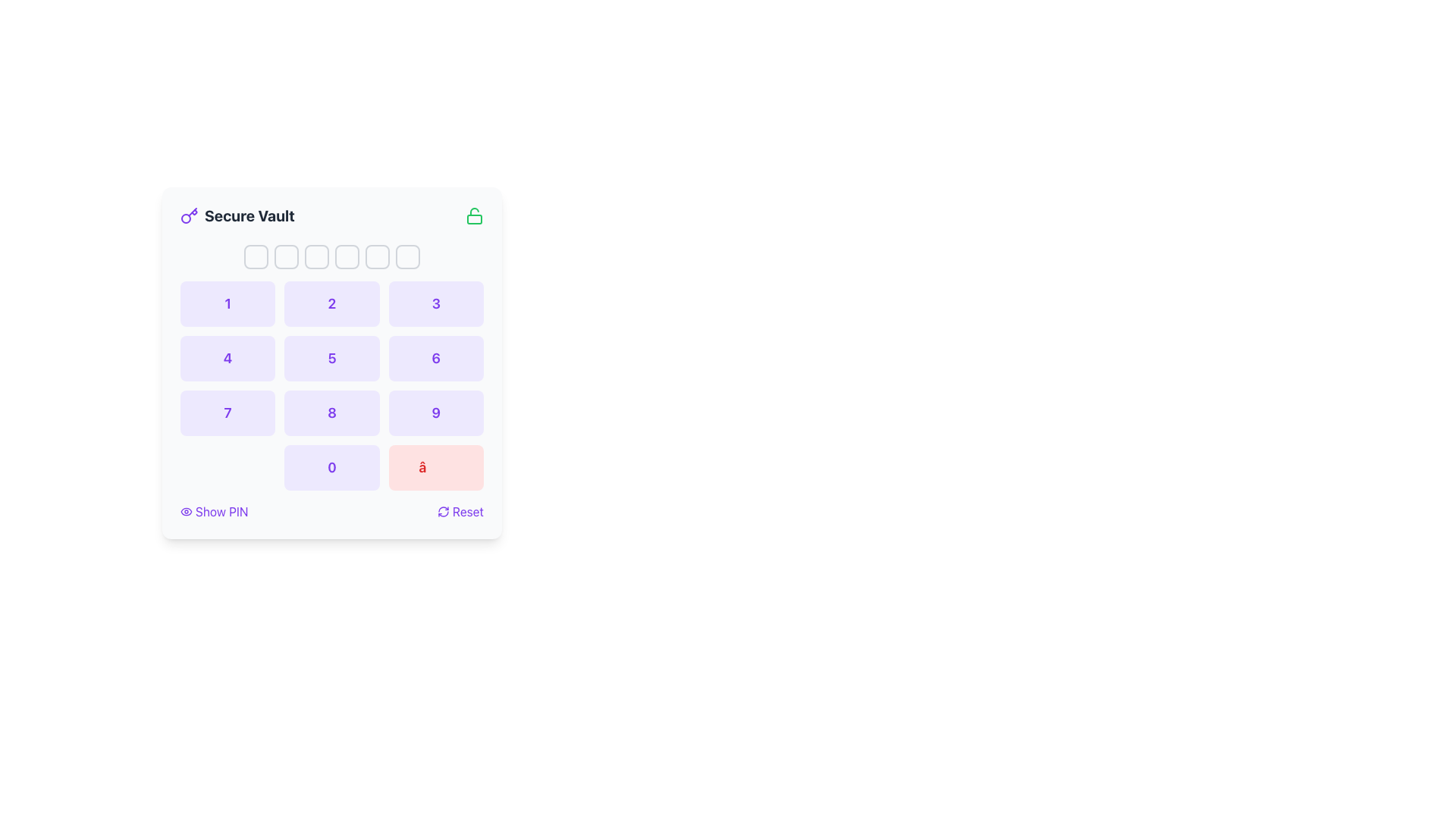 The height and width of the screenshot is (819, 1456). What do you see at coordinates (213, 512) in the screenshot?
I see `the 'Show PIN' button with an eye icon to change its visual style` at bounding box center [213, 512].